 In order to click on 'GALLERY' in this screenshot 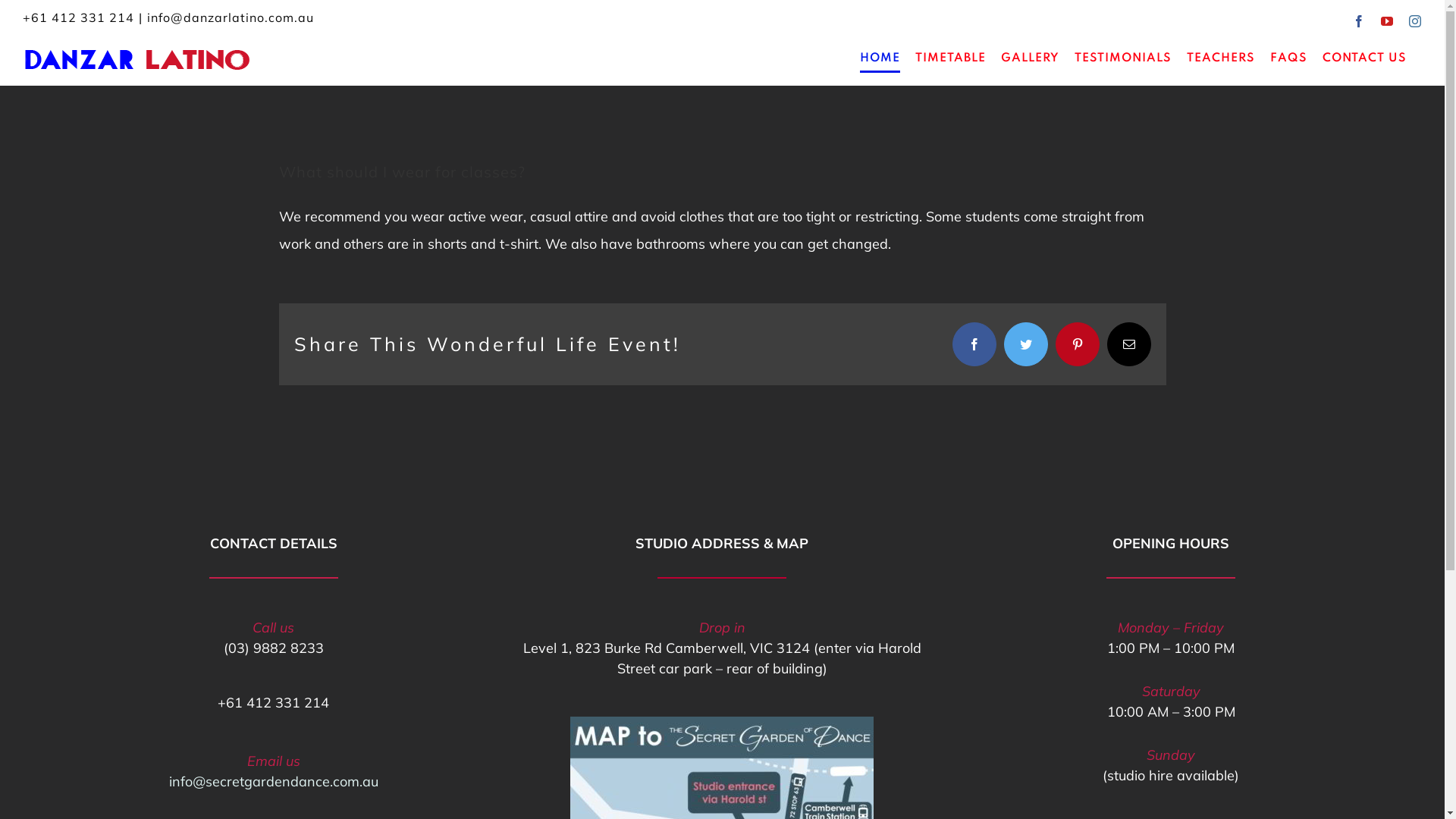, I will do `click(1030, 58)`.